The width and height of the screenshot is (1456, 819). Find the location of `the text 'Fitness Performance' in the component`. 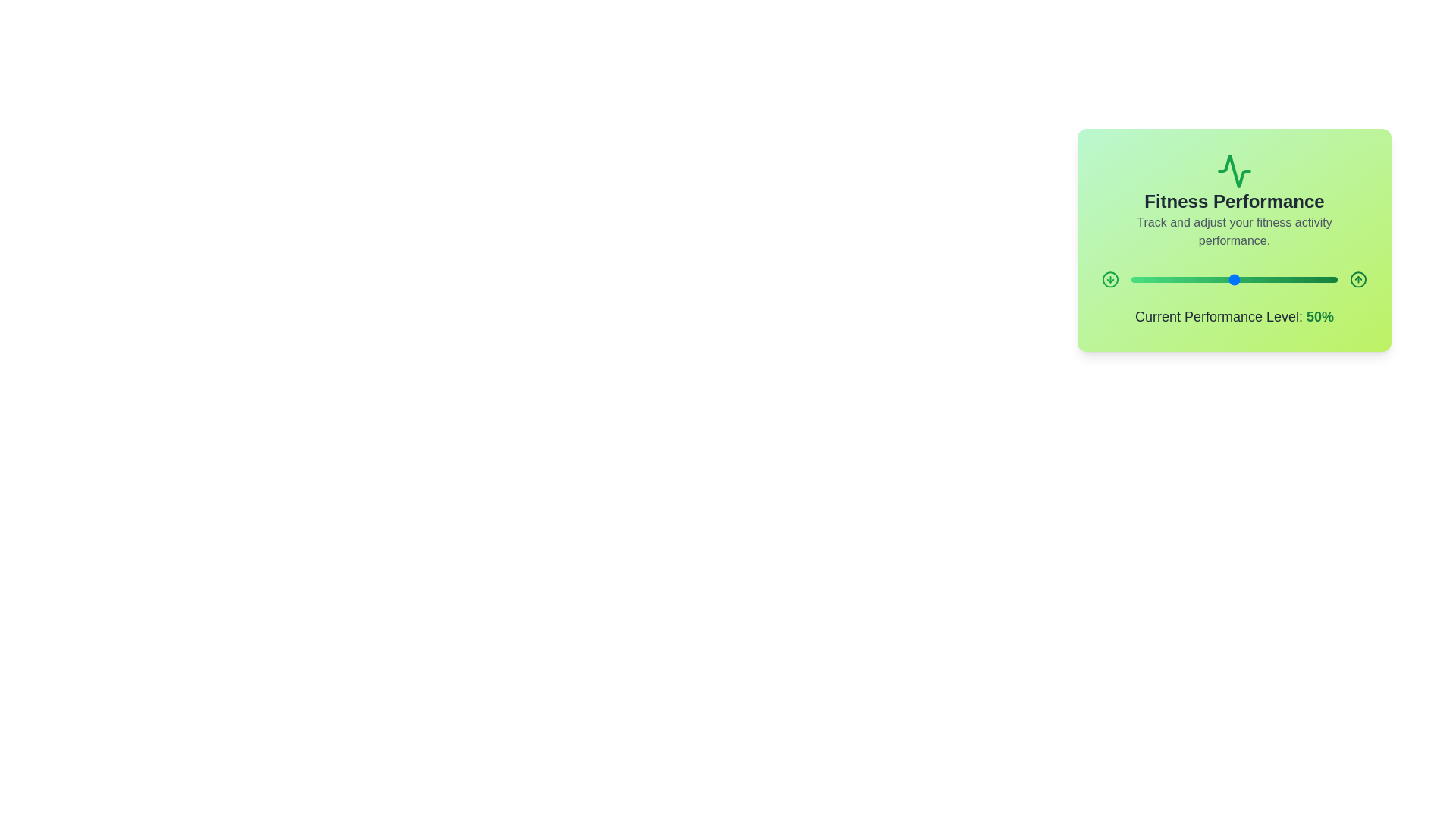

the text 'Fitness Performance' in the component is located at coordinates (1234, 201).